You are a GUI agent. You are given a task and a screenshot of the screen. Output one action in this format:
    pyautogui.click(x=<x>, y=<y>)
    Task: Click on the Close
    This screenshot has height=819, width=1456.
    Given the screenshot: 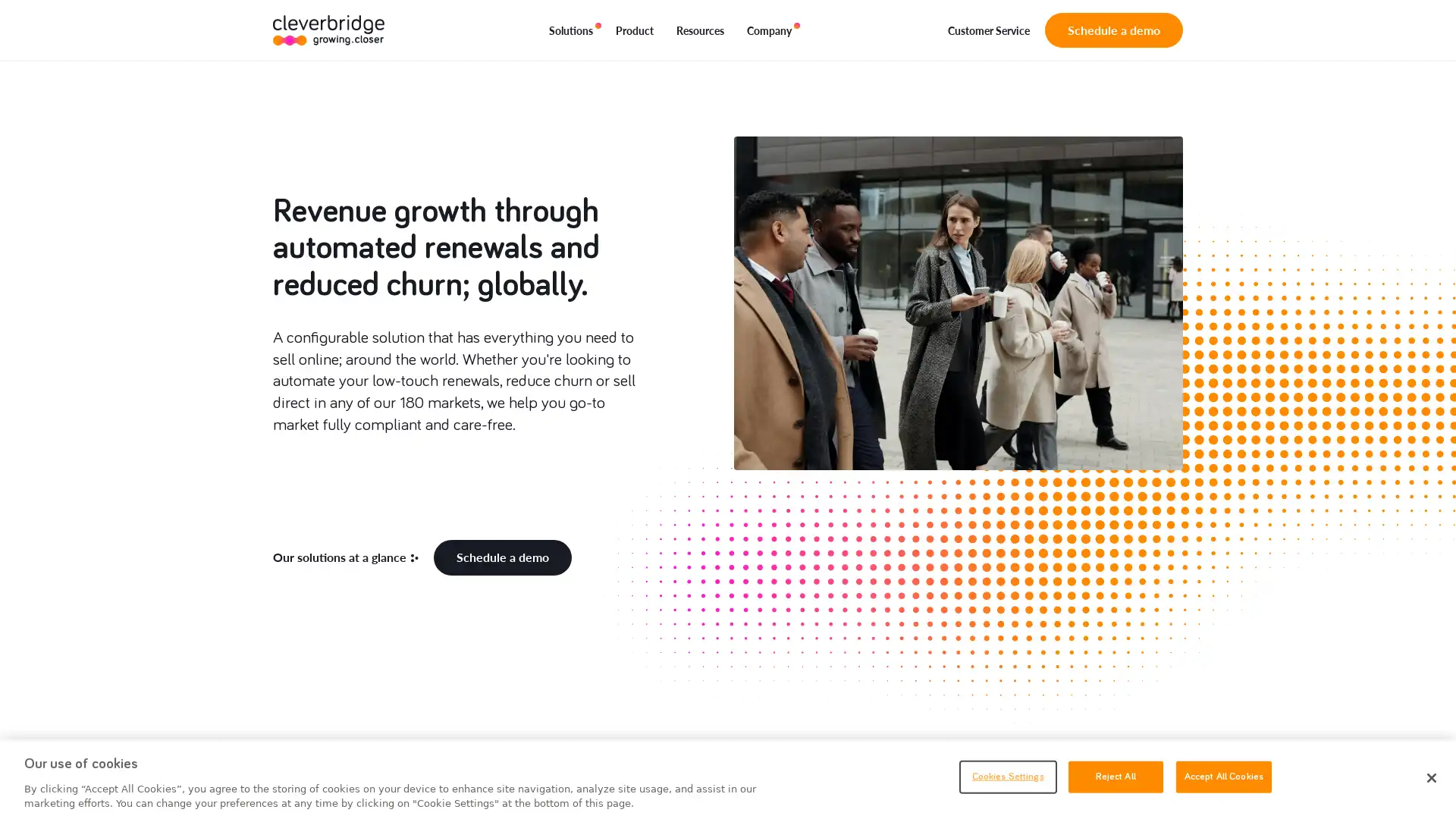 What is the action you would take?
    pyautogui.click(x=1430, y=778)
    